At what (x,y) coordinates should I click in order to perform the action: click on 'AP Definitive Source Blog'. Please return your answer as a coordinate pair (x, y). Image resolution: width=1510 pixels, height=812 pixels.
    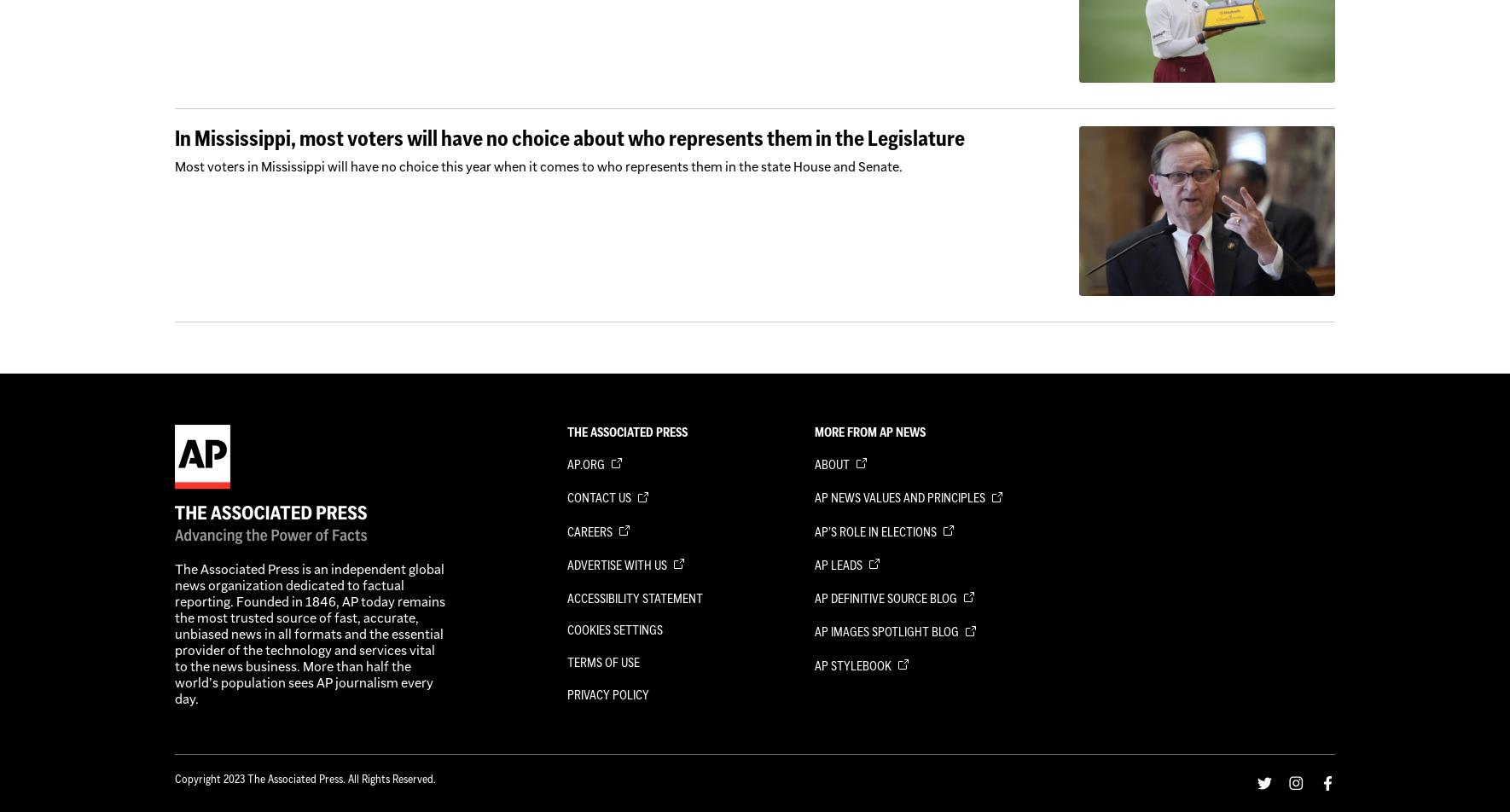
    Looking at the image, I should click on (887, 599).